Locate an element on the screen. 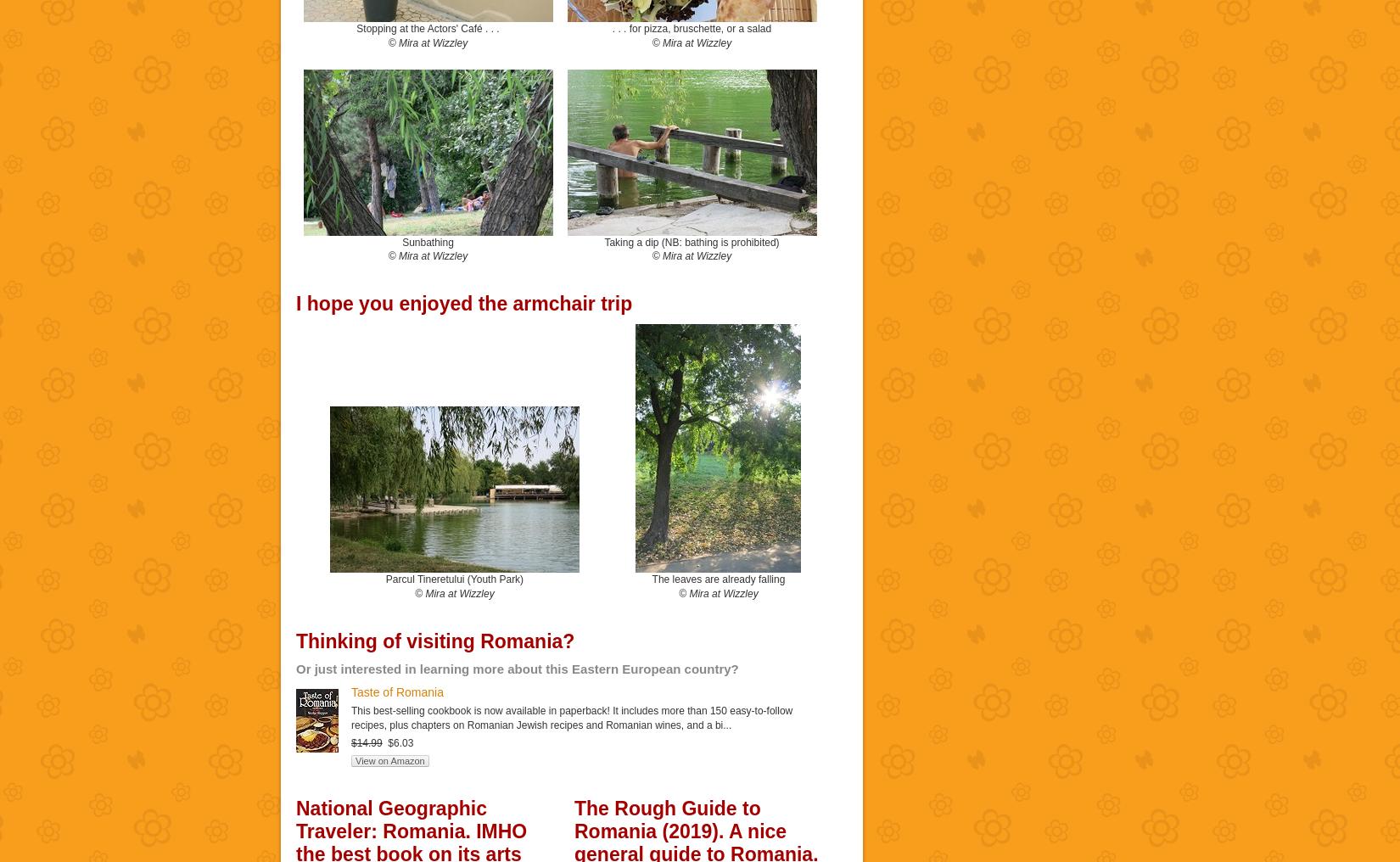 The width and height of the screenshot is (1400, 862). '. . . for pizza, bruschette, or a salad' is located at coordinates (690, 28).